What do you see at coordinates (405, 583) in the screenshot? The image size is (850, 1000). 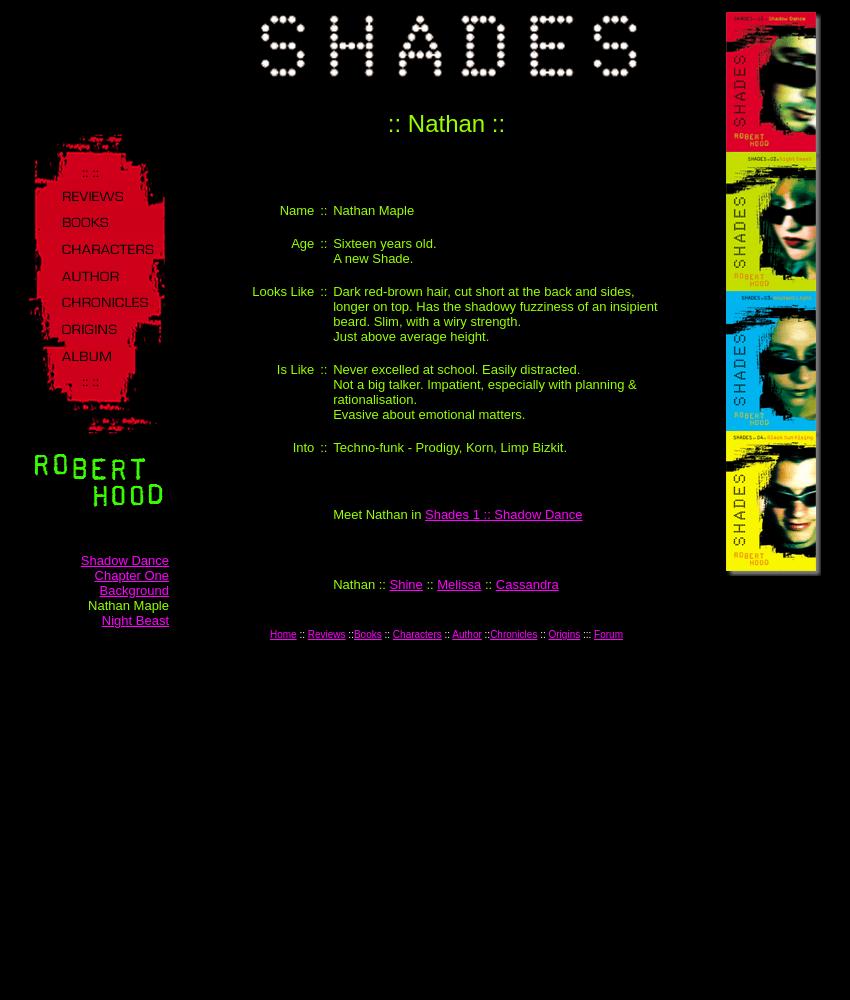 I see `'Shine'` at bounding box center [405, 583].